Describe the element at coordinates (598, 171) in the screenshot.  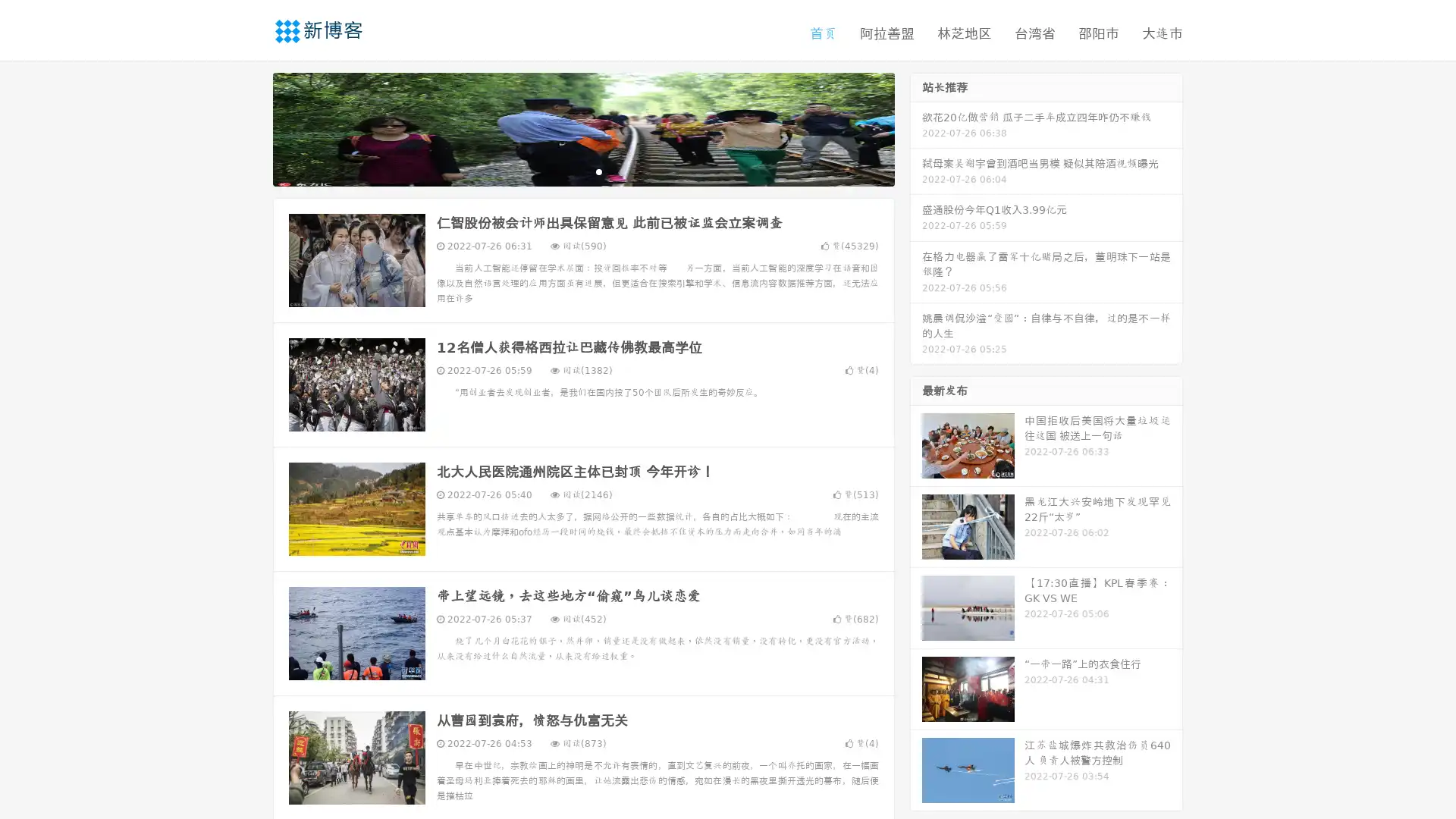
I see `Go to slide 3` at that location.